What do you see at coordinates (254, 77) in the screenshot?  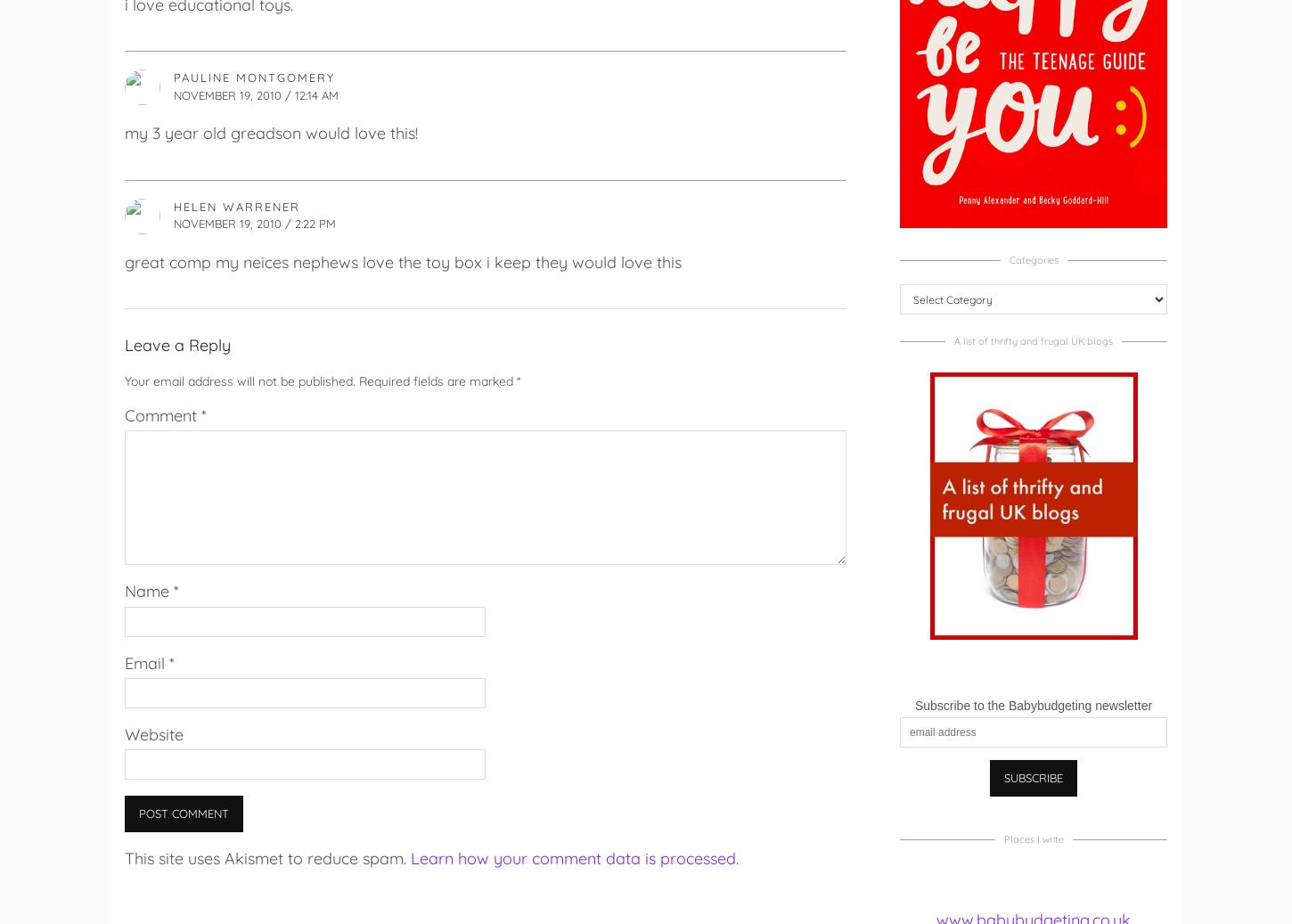 I see `'pauline montgomery'` at bounding box center [254, 77].